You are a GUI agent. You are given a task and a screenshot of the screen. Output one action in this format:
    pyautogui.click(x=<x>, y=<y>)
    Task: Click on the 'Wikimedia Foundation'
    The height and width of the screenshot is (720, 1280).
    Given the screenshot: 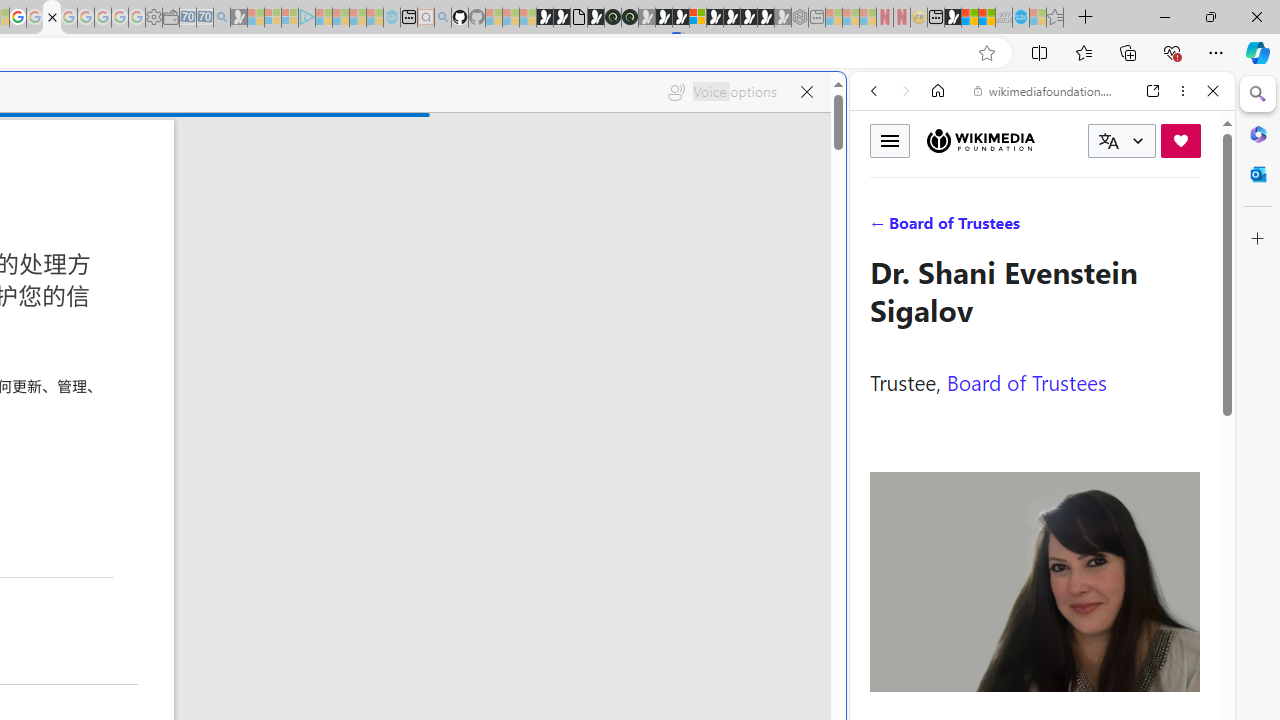 What is the action you would take?
    pyautogui.click(x=980, y=140)
    